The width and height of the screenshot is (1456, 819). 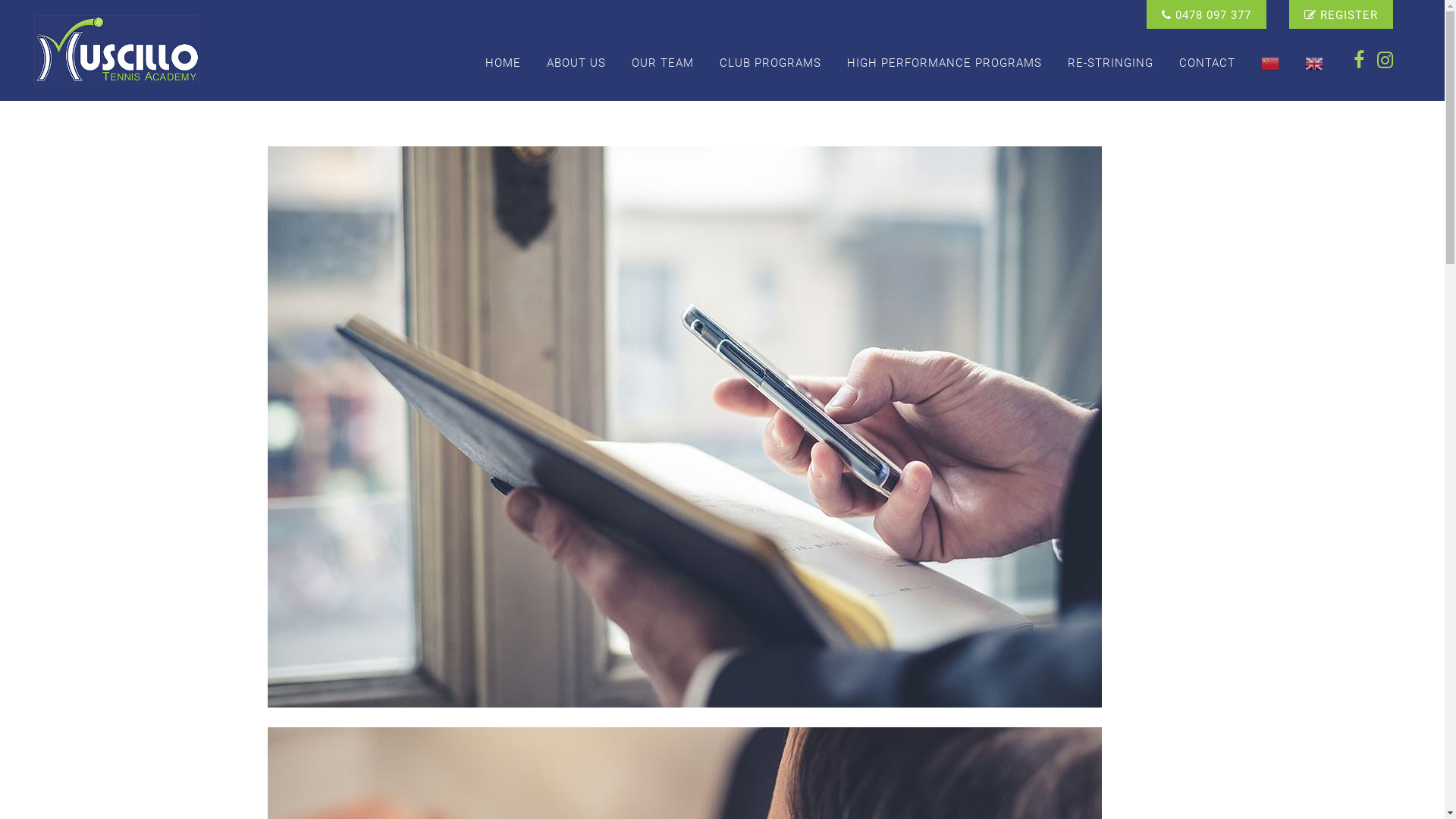 I want to click on 'REGISTER', so click(x=1341, y=14).